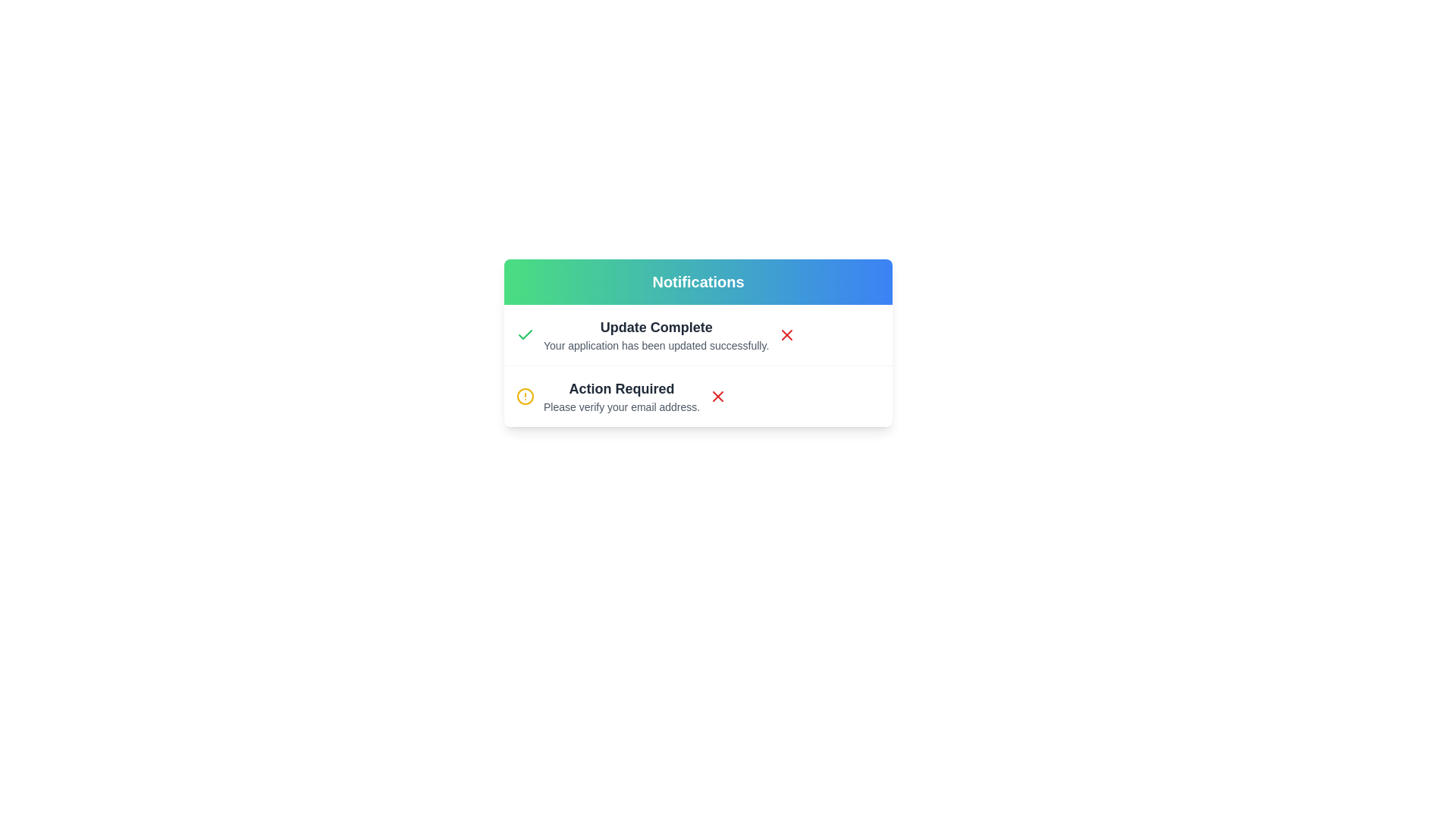 The width and height of the screenshot is (1456, 819). What do you see at coordinates (656, 327) in the screenshot?
I see `text from the bold 'Update Complete' label located at the upper section of the notification card, positioned directly below the 'Notifications' header` at bounding box center [656, 327].